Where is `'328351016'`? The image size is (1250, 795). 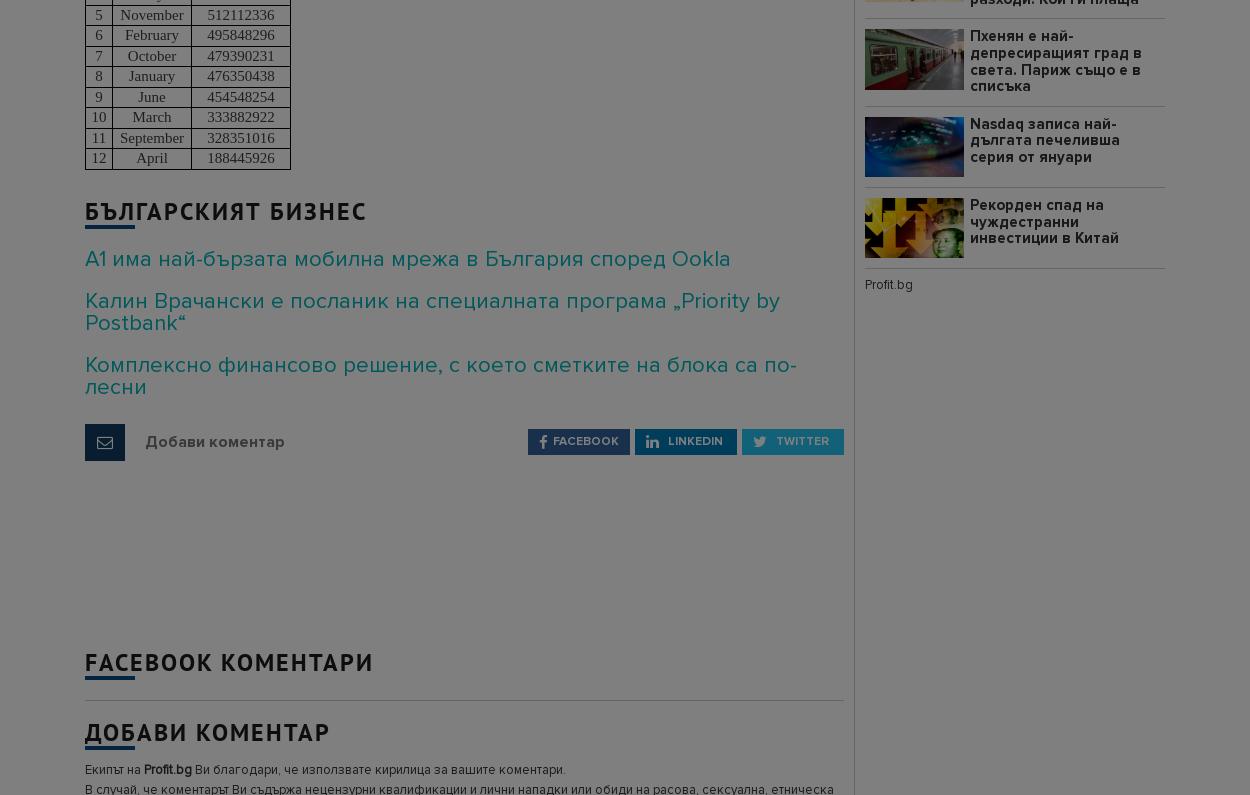 '328351016' is located at coordinates (239, 136).